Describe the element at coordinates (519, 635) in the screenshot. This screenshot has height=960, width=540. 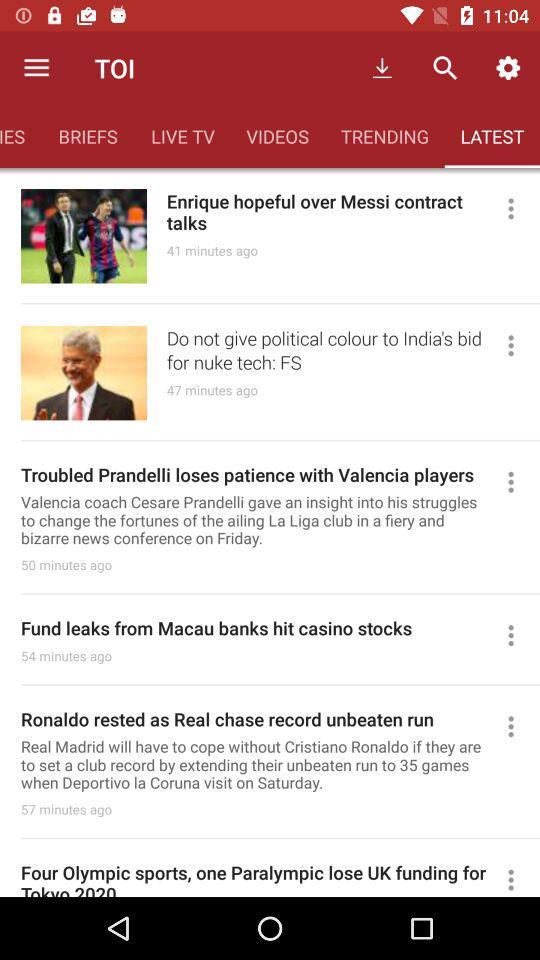
I see `the 4th menu icon from the top of the page` at that location.